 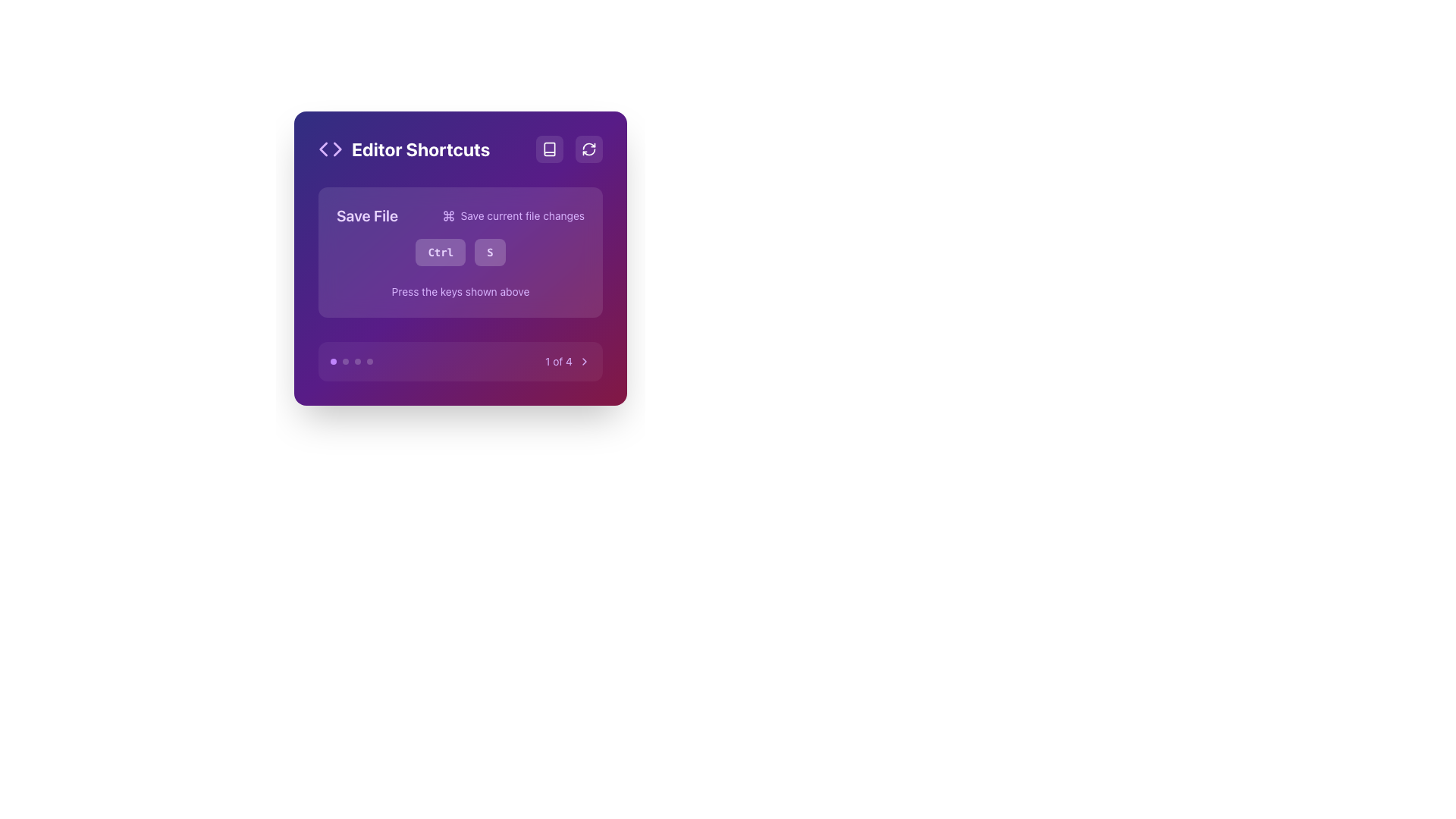 What do you see at coordinates (588, 149) in the screenshot?
I see `the small circular icon button with a curved arrow symbol, located in the top right corner of the 'Editor Shortcuts' modal` at bounding box center [588, 149].